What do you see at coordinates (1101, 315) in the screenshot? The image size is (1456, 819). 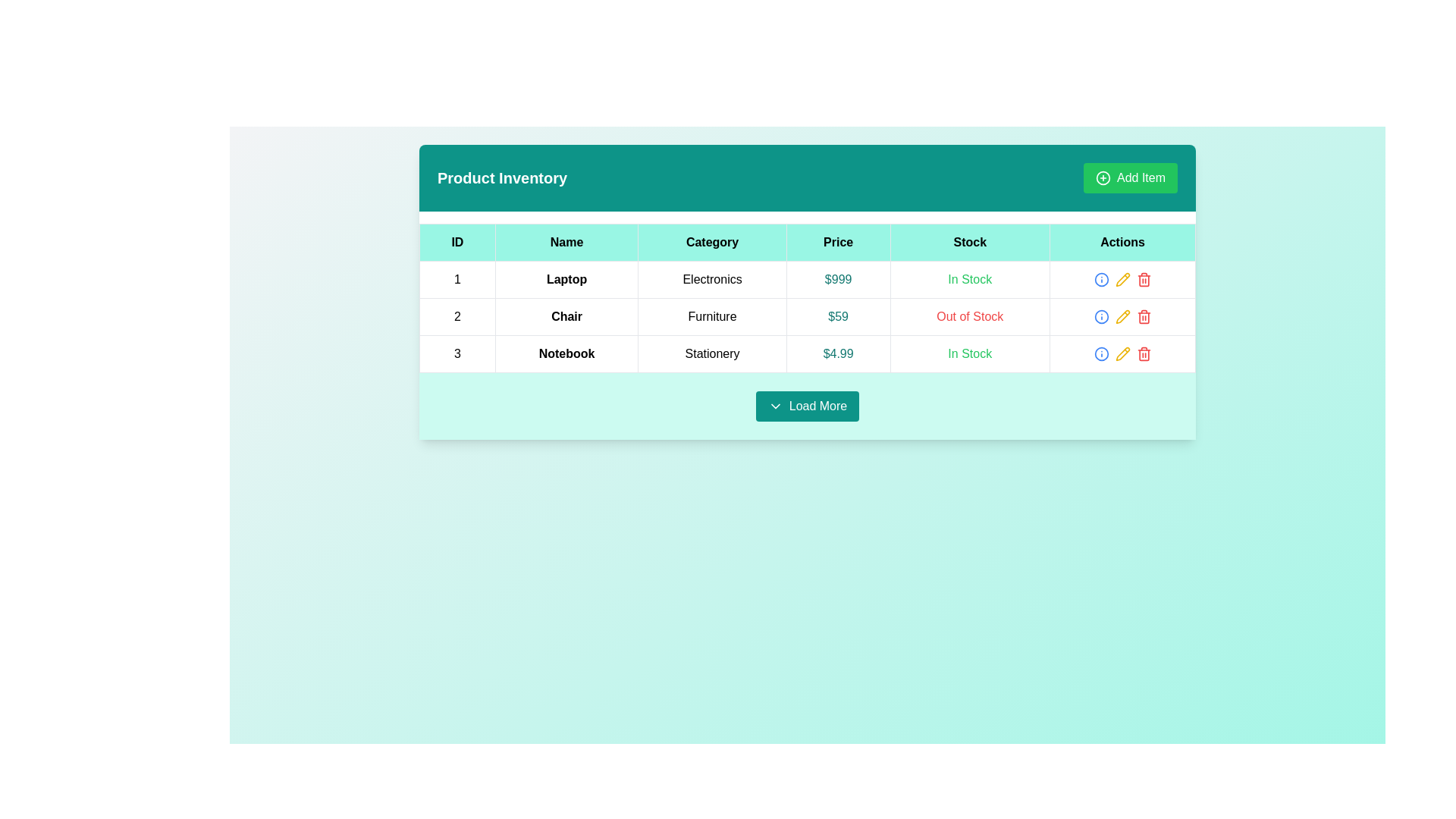 I see `the help button in the 'Actions' column of the second row in the product table for the 'Chair' item` at bounding box center [1101, 315].